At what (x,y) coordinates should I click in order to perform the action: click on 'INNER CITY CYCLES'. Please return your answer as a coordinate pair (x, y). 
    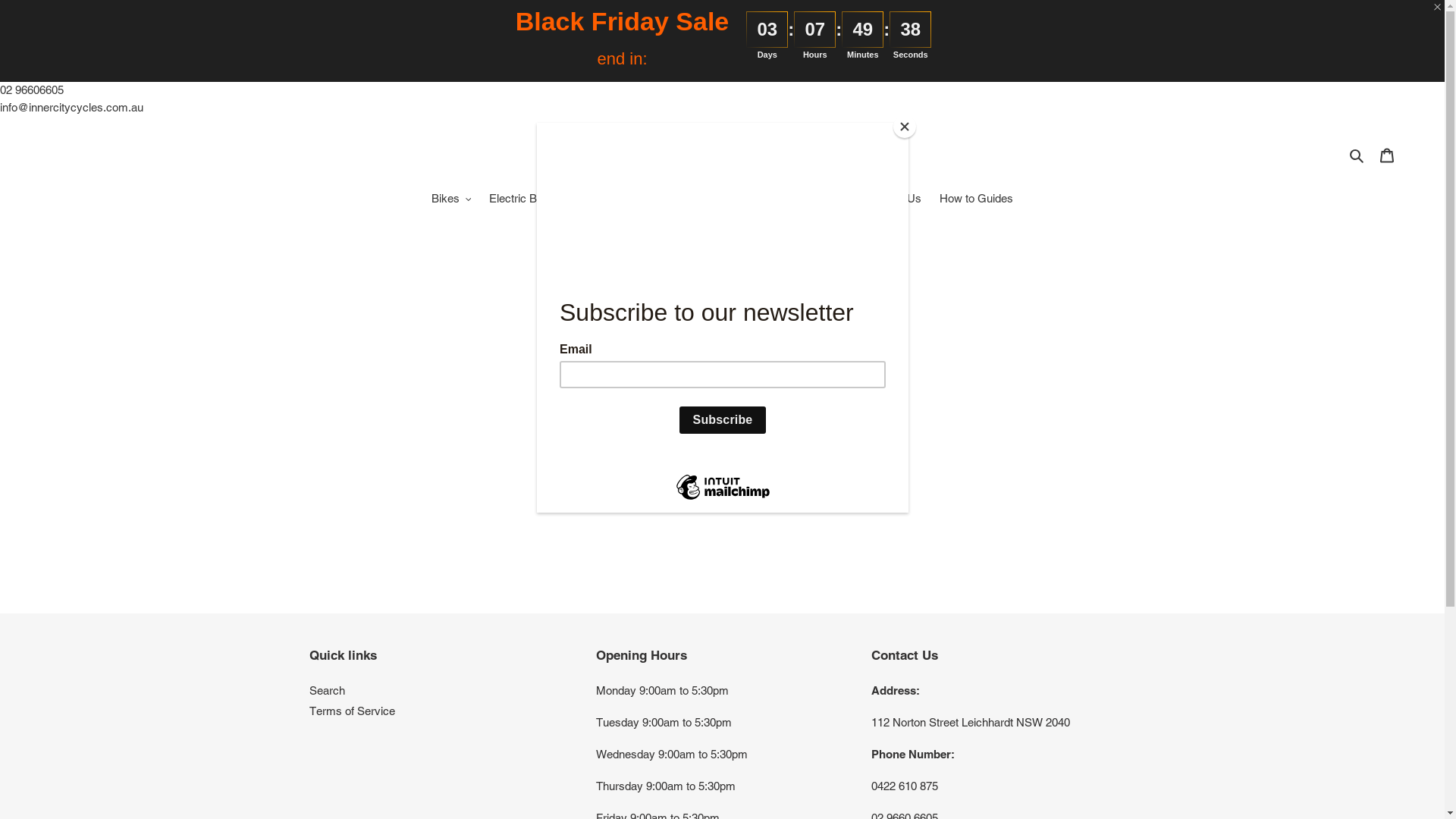
    Looking at the image, I should click on (721, 155).